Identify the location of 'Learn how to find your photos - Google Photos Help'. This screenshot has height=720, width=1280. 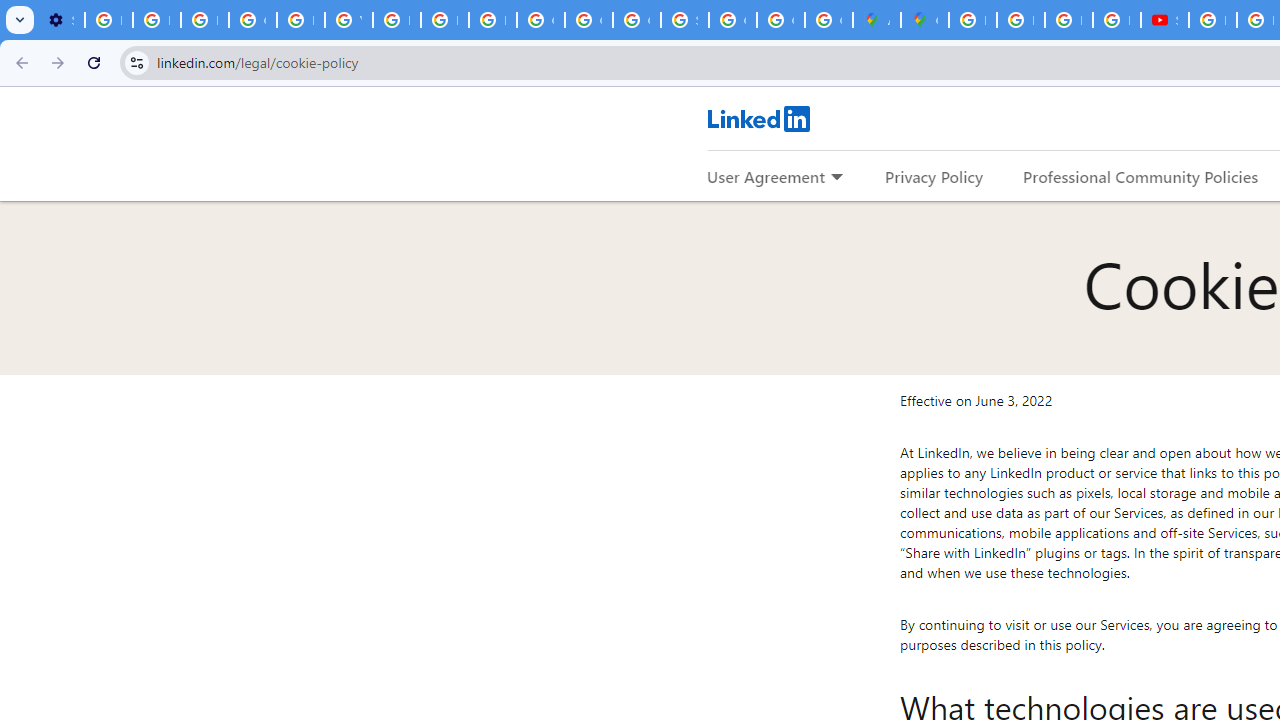
(155, 20).